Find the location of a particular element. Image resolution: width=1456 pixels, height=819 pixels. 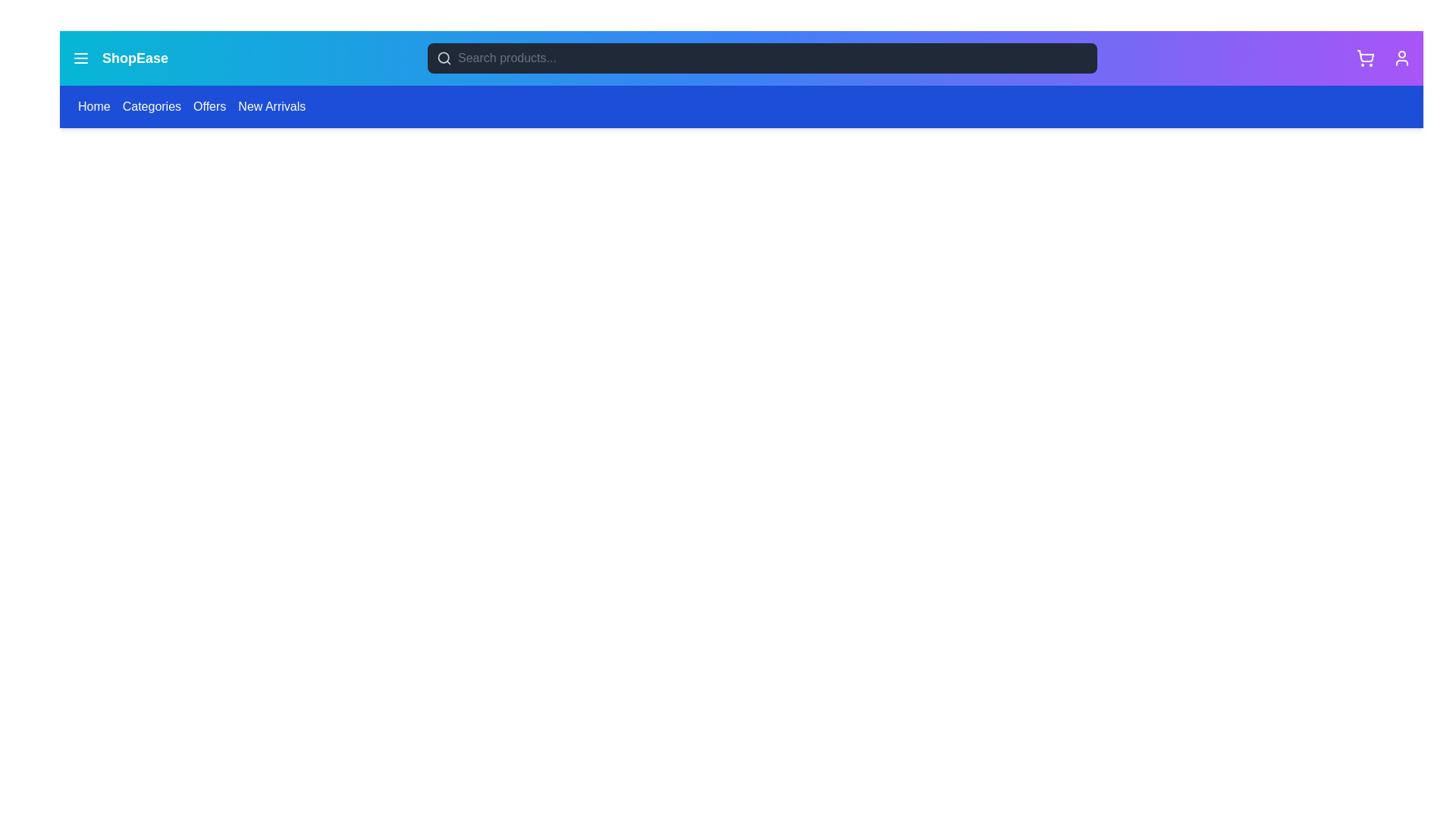

the 'Offers' hyperlink in the navigation menu is located at coordinates (209, 106).